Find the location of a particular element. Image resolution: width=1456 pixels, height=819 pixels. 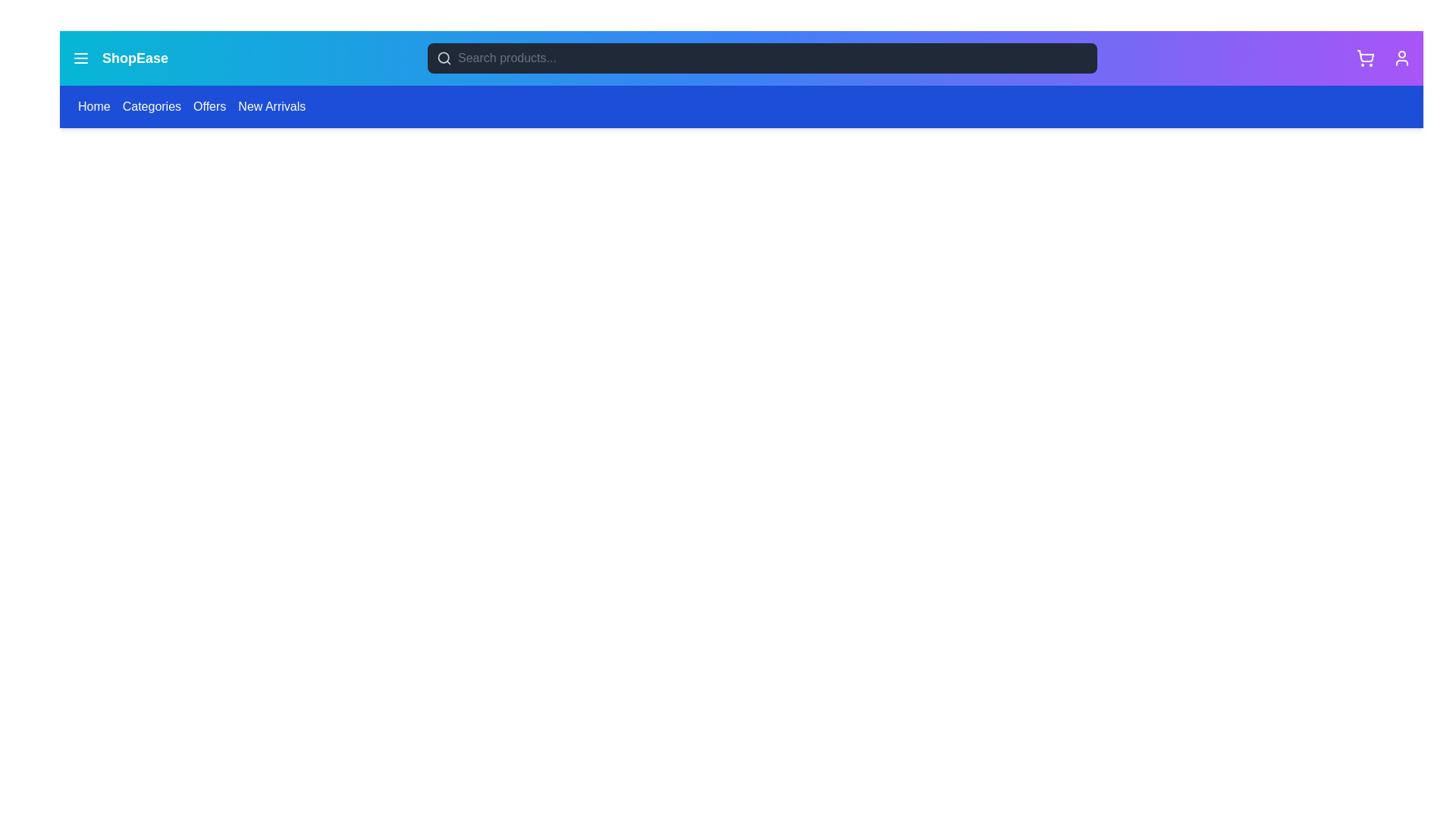

the 'Offers' hyperlink in the navigation menu is located at coordinates (209, 106).